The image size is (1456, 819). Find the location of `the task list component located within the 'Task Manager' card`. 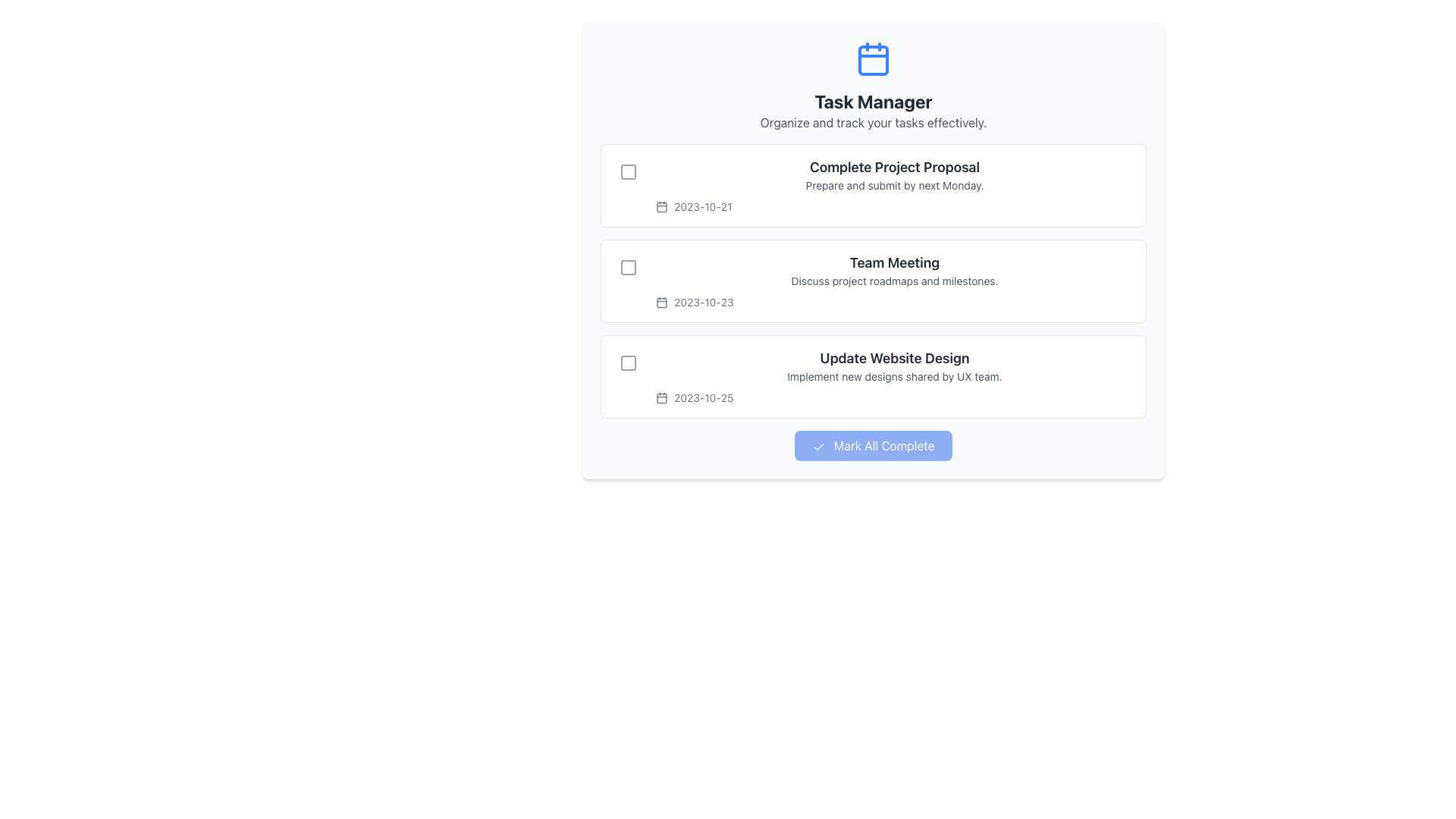

the task list component located within the 'Task Manager' card is located at coordinates (874, 281).